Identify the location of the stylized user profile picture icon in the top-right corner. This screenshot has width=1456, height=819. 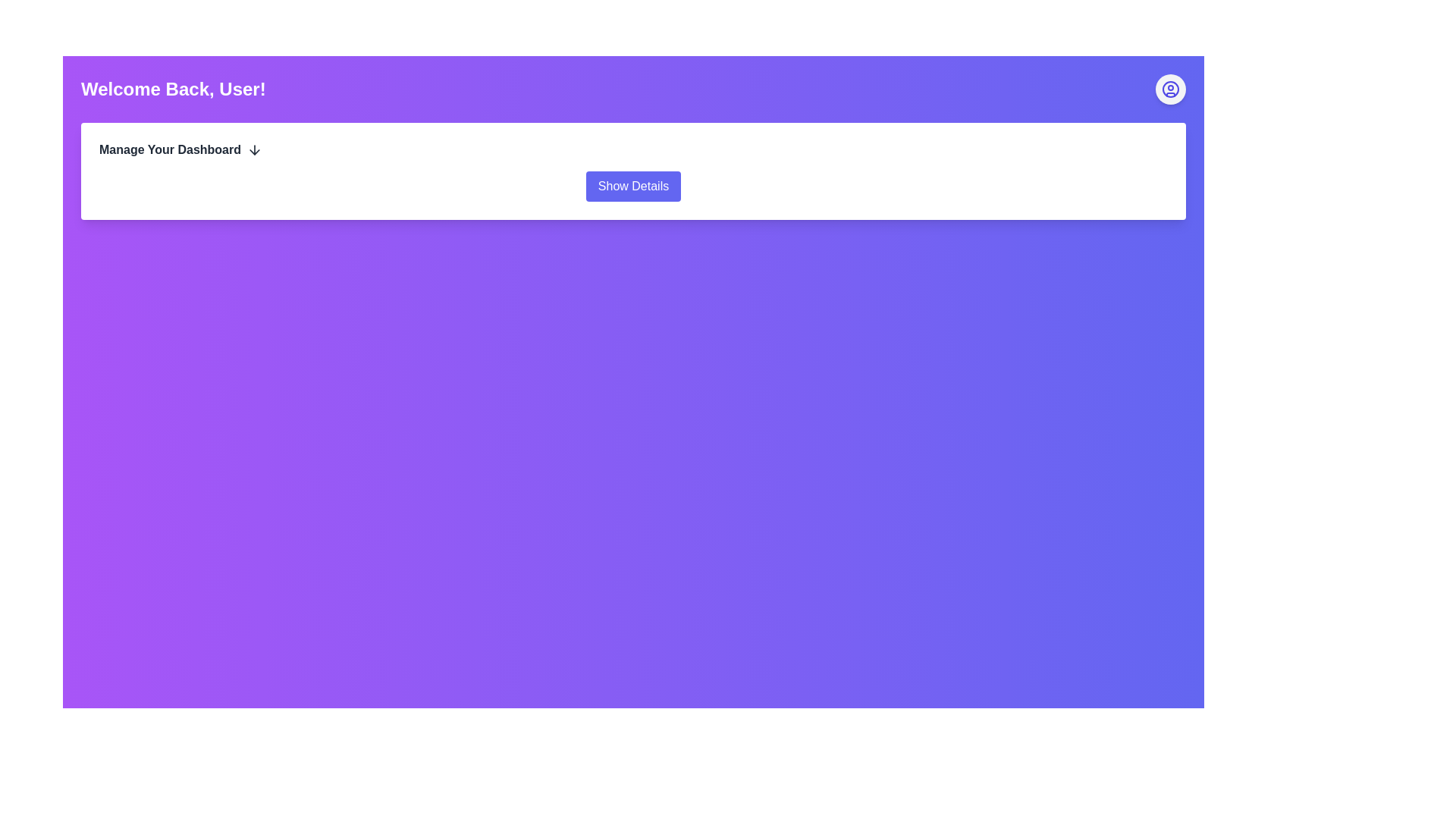
(1170, 89).